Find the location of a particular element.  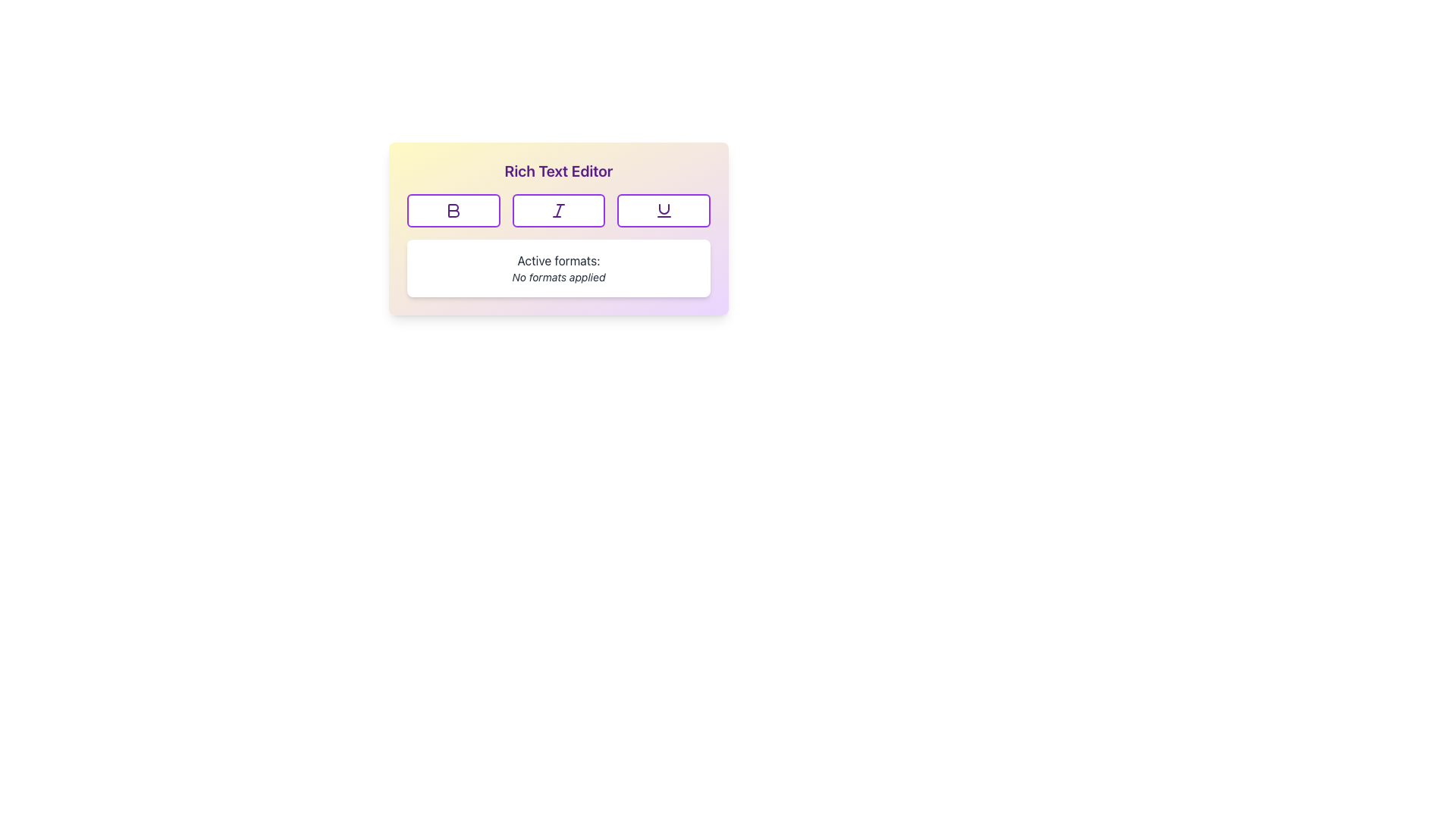

the second formatting button in the 'Rich Text Editor' is located at coordinates (557, 210).